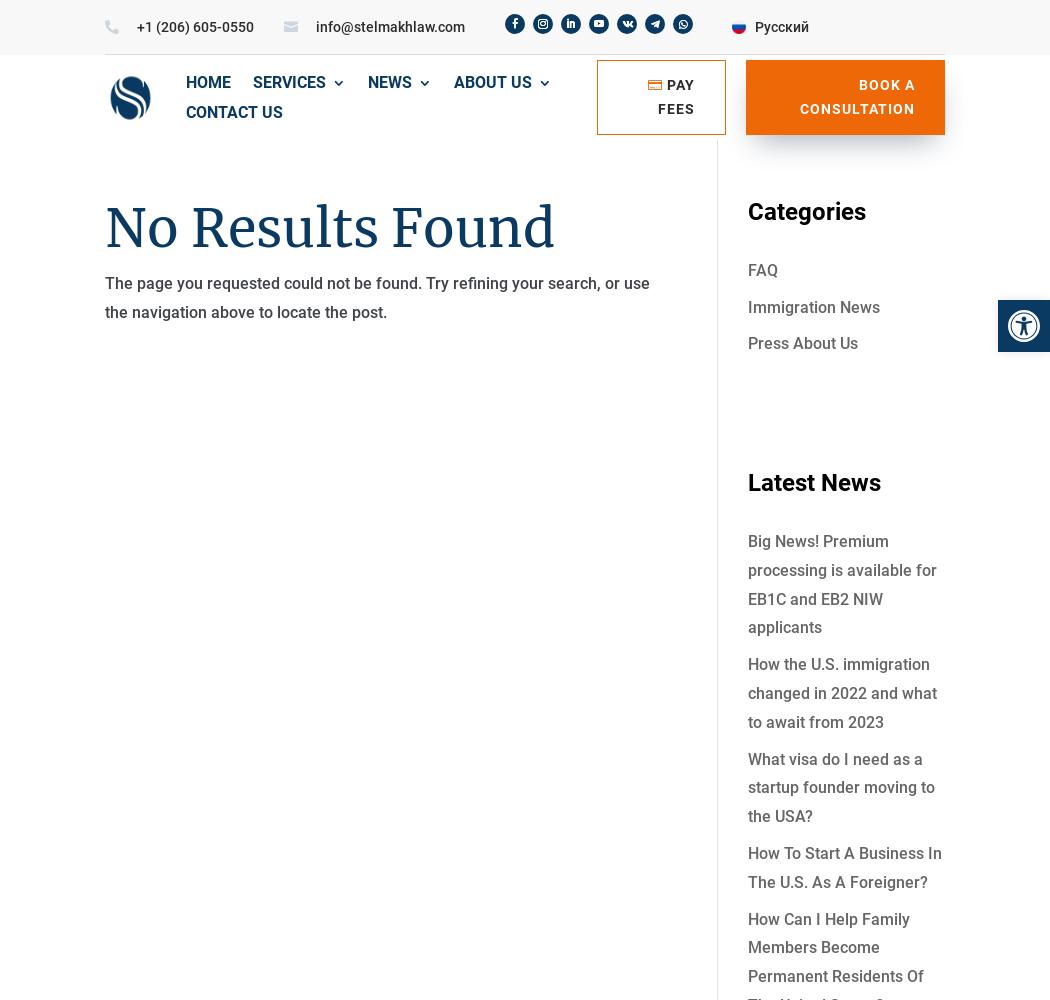  I want to click on 'FAQ', so click(763, 269).